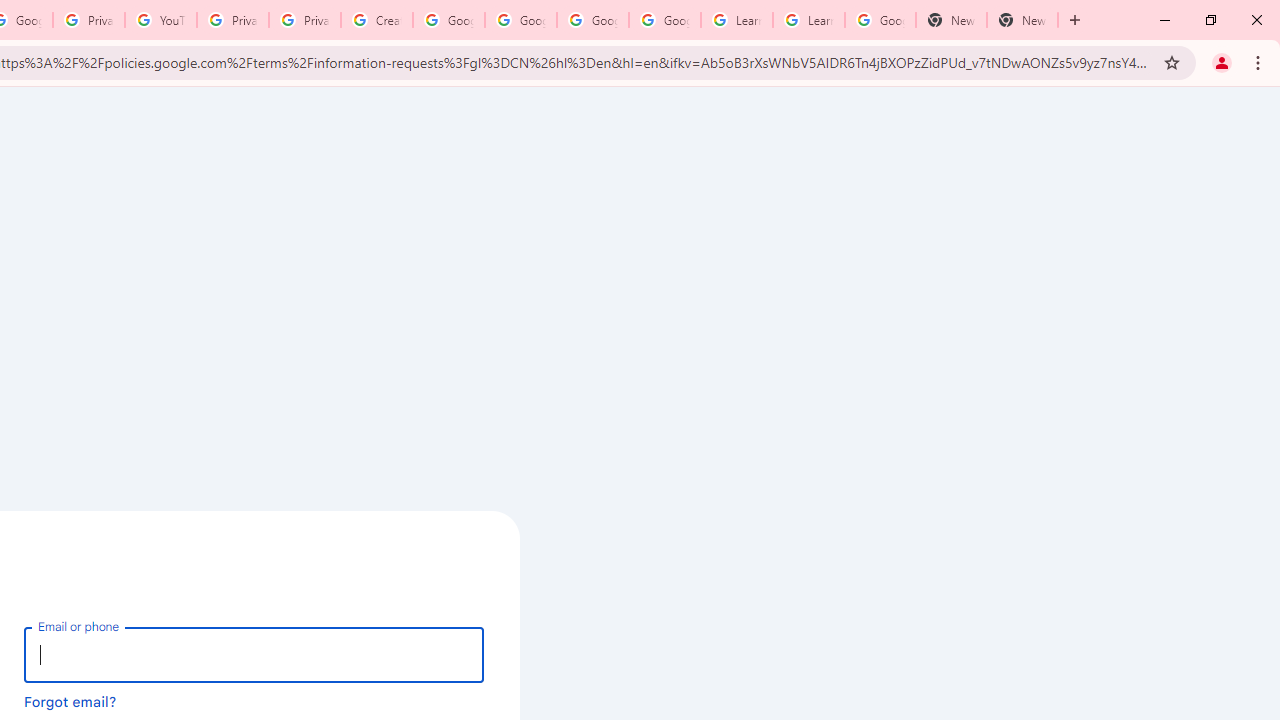 The width and height of the screenshot is (1280, 720). What do you see at coordinates (950, 20) in the screenshot?
I see `'New Tab'` at bounding box center [950, 20].